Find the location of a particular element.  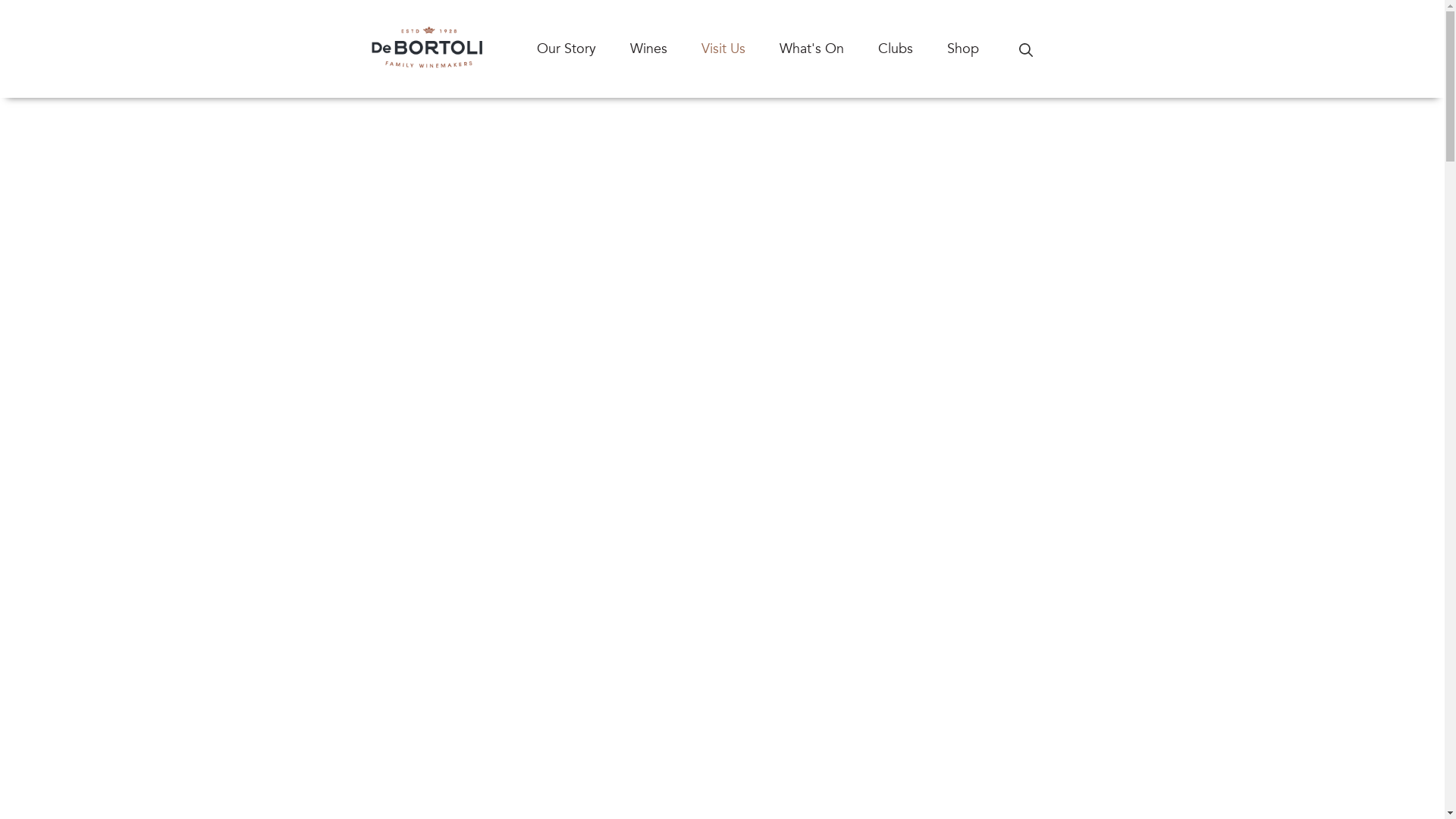

'Wines' is located at coordinates (665, 48).